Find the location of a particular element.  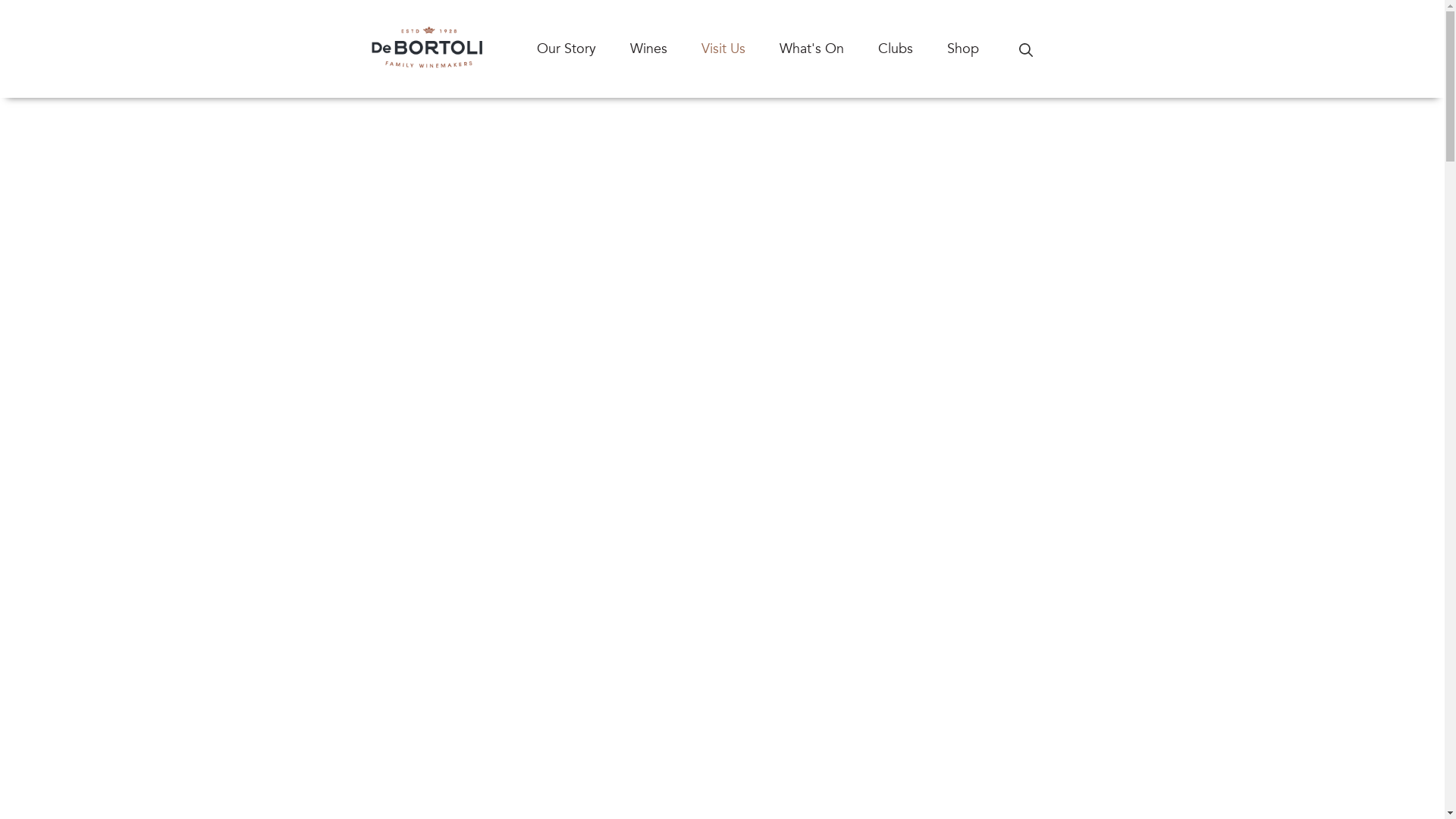

'Wines' is located at coordinates (665, 48).